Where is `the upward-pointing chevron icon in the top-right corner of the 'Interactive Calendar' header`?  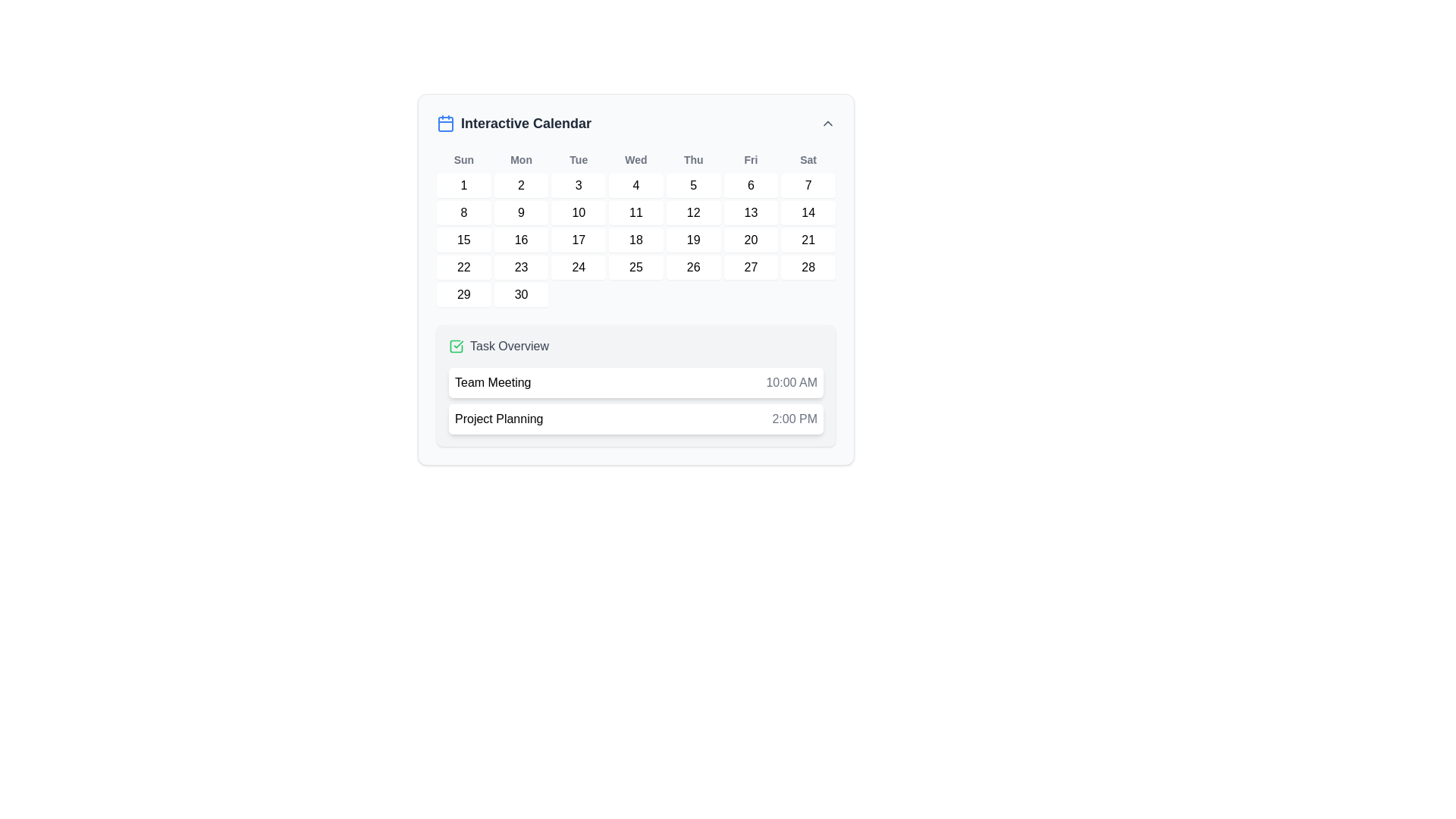
the upward-pointing chevron icon in the top-right corner of the 'Interactive Calendar' header is located at coordinates (827, 122).